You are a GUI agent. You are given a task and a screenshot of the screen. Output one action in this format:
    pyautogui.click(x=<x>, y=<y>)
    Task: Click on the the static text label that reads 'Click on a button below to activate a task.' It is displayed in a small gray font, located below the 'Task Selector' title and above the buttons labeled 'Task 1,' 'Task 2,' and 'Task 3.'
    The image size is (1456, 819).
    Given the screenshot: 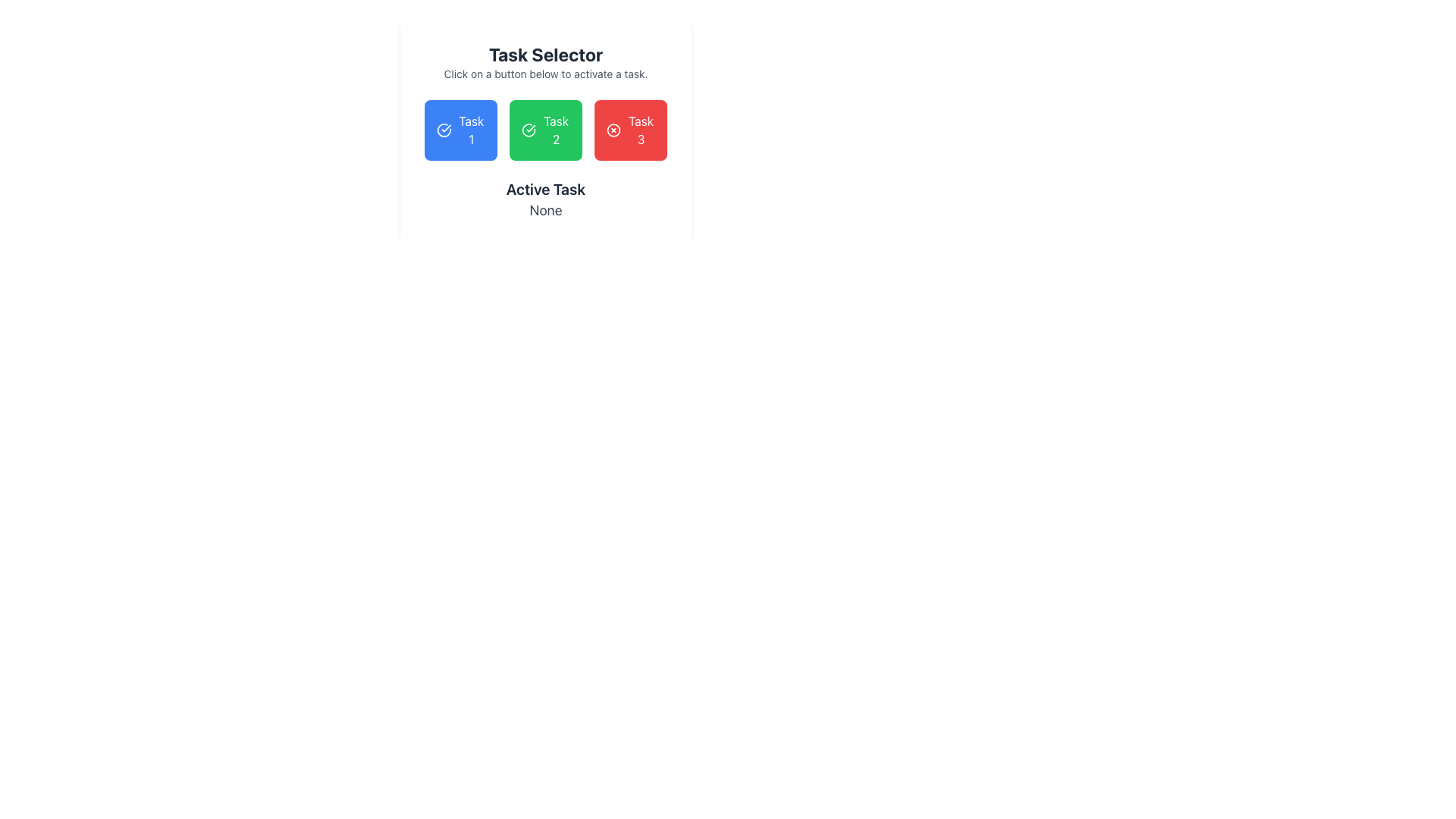 What is the action you would take?
    pyautogui.click(x=546, y=74)
    